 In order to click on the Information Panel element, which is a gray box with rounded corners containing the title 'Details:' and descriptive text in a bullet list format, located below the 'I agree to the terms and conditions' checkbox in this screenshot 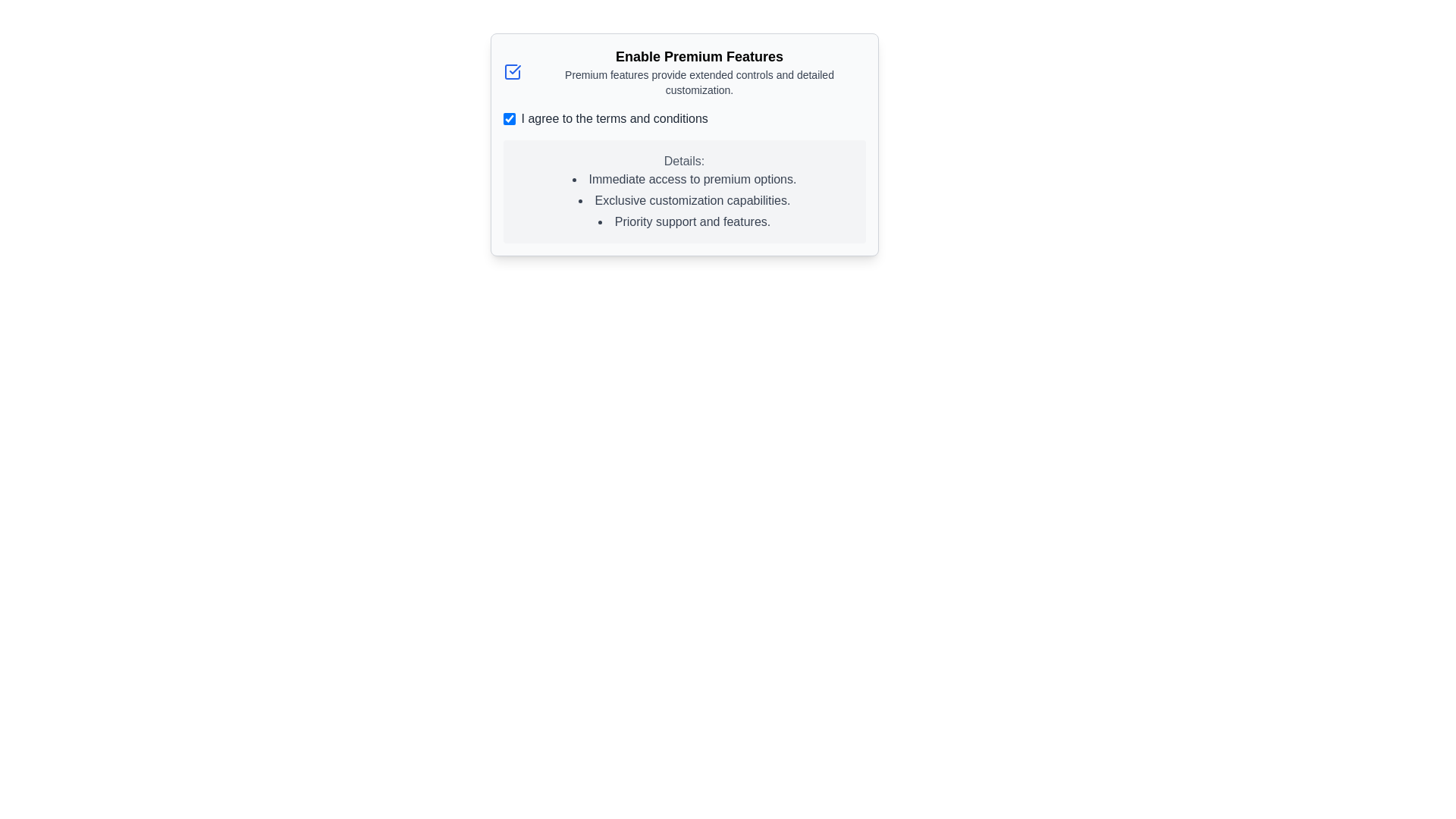, I will do `click(683, 191)`.